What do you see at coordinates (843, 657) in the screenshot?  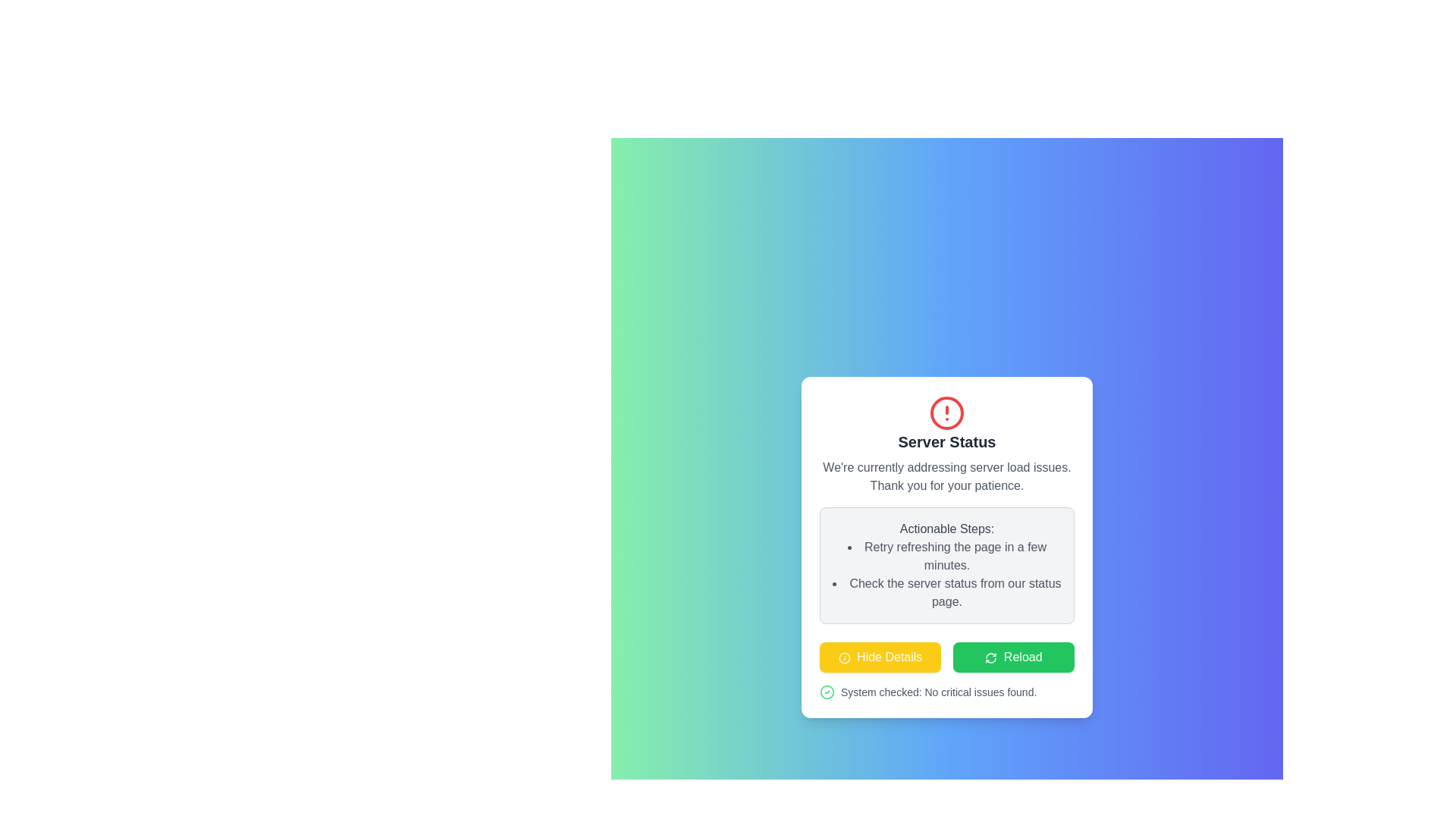 I see `the information icon, which is a circle with a central vertical line and a dot above it, located to the left of the 'Hide Details' text within a yellow button at the bottom center of the dialog box` at bounding box center [843, 657].